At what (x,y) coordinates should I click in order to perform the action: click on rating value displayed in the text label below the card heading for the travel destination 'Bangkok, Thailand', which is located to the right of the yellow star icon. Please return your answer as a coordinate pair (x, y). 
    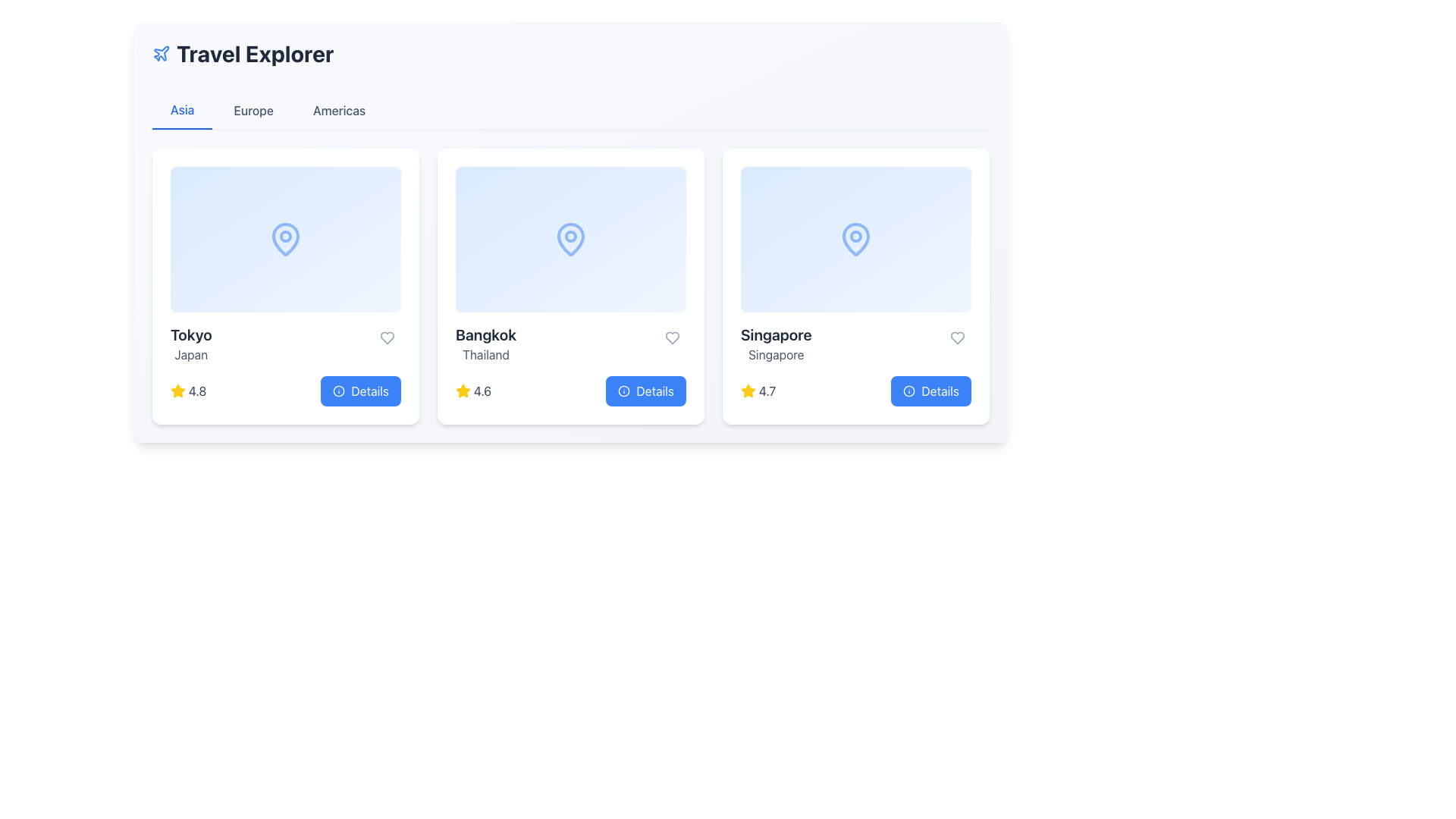
    Looking at the image, I should click on (482, 391).